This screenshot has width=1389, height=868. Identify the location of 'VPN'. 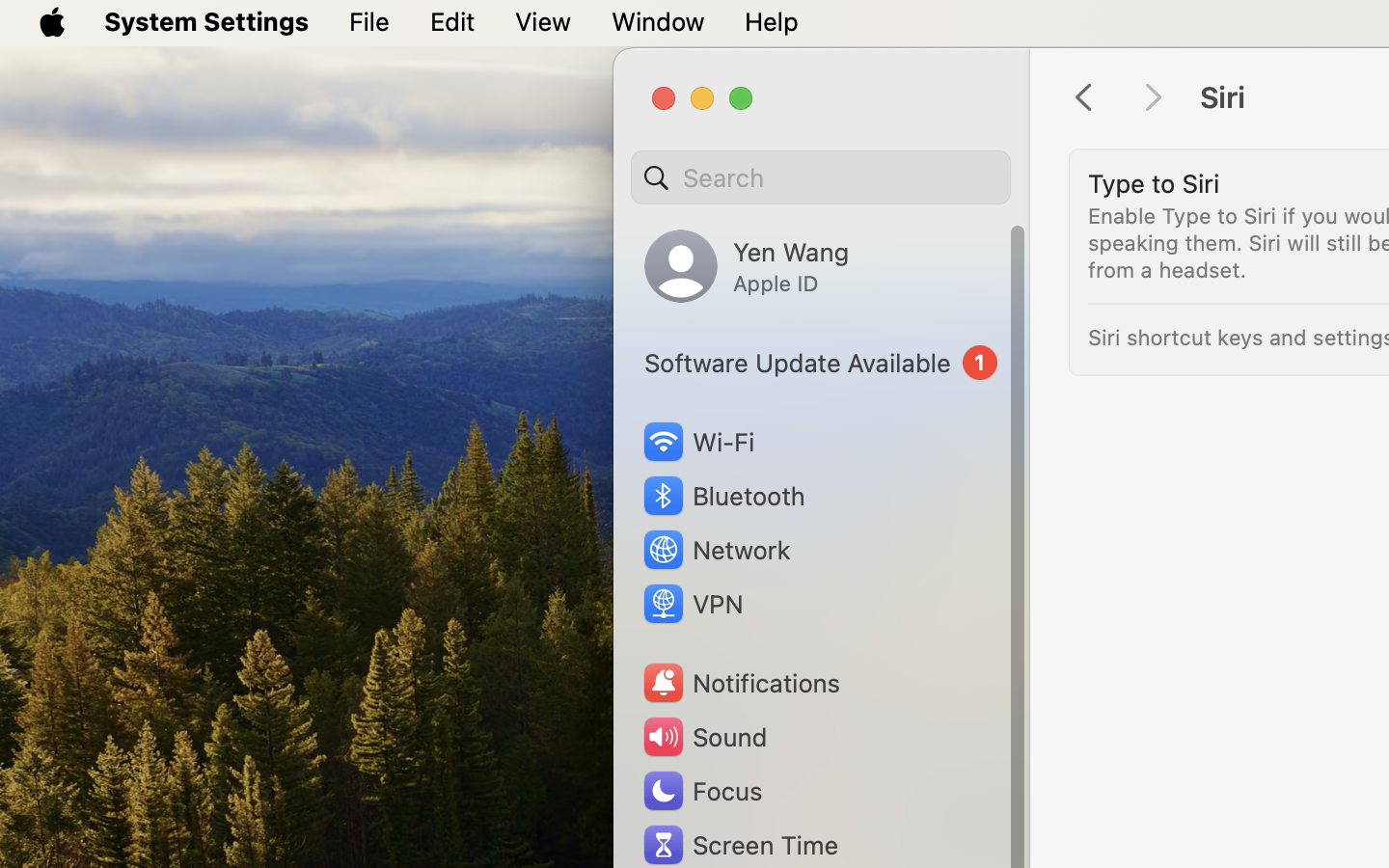
(691, 604).